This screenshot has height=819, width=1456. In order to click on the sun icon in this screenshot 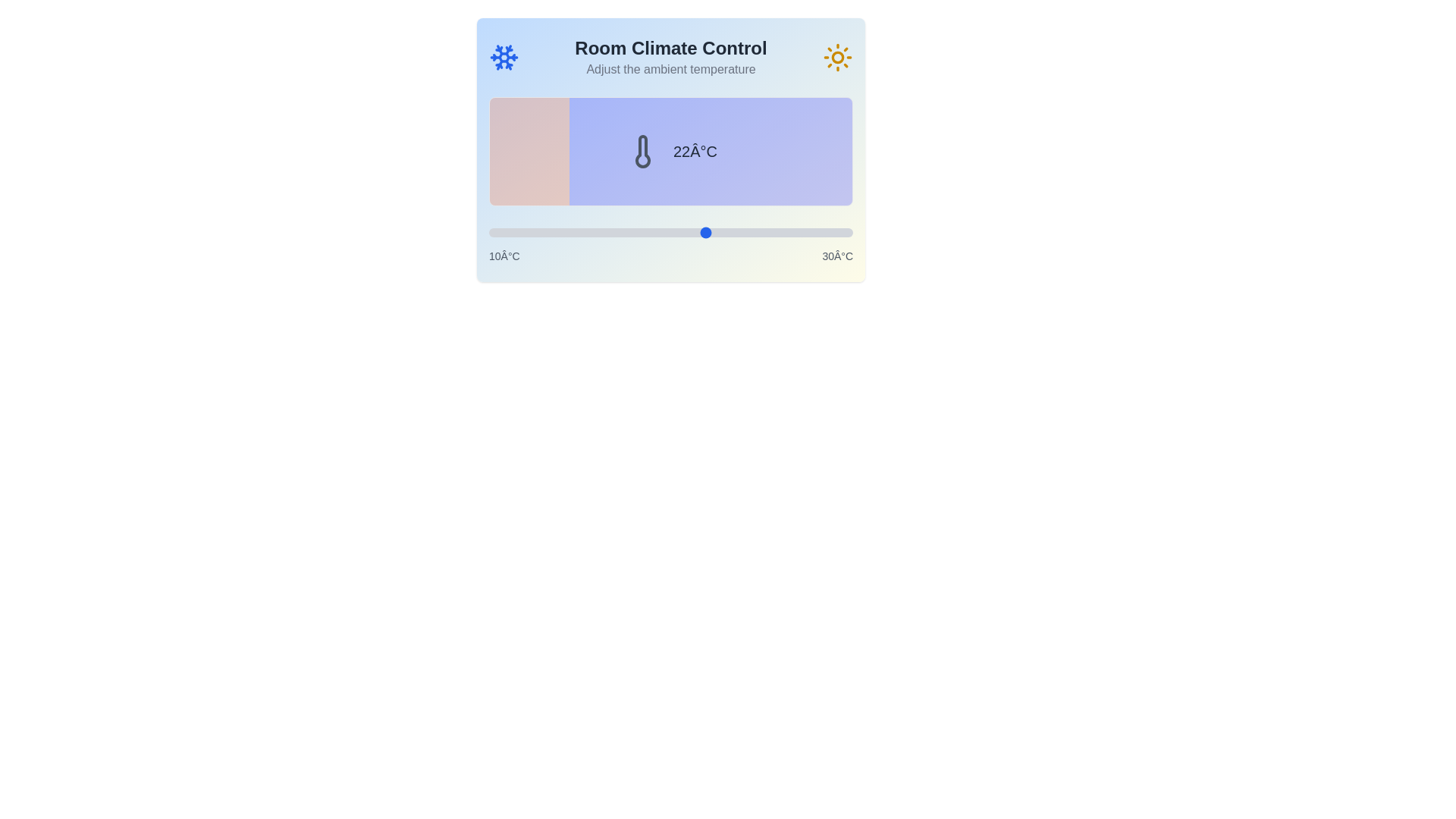, I will do `click(836, 57)`.